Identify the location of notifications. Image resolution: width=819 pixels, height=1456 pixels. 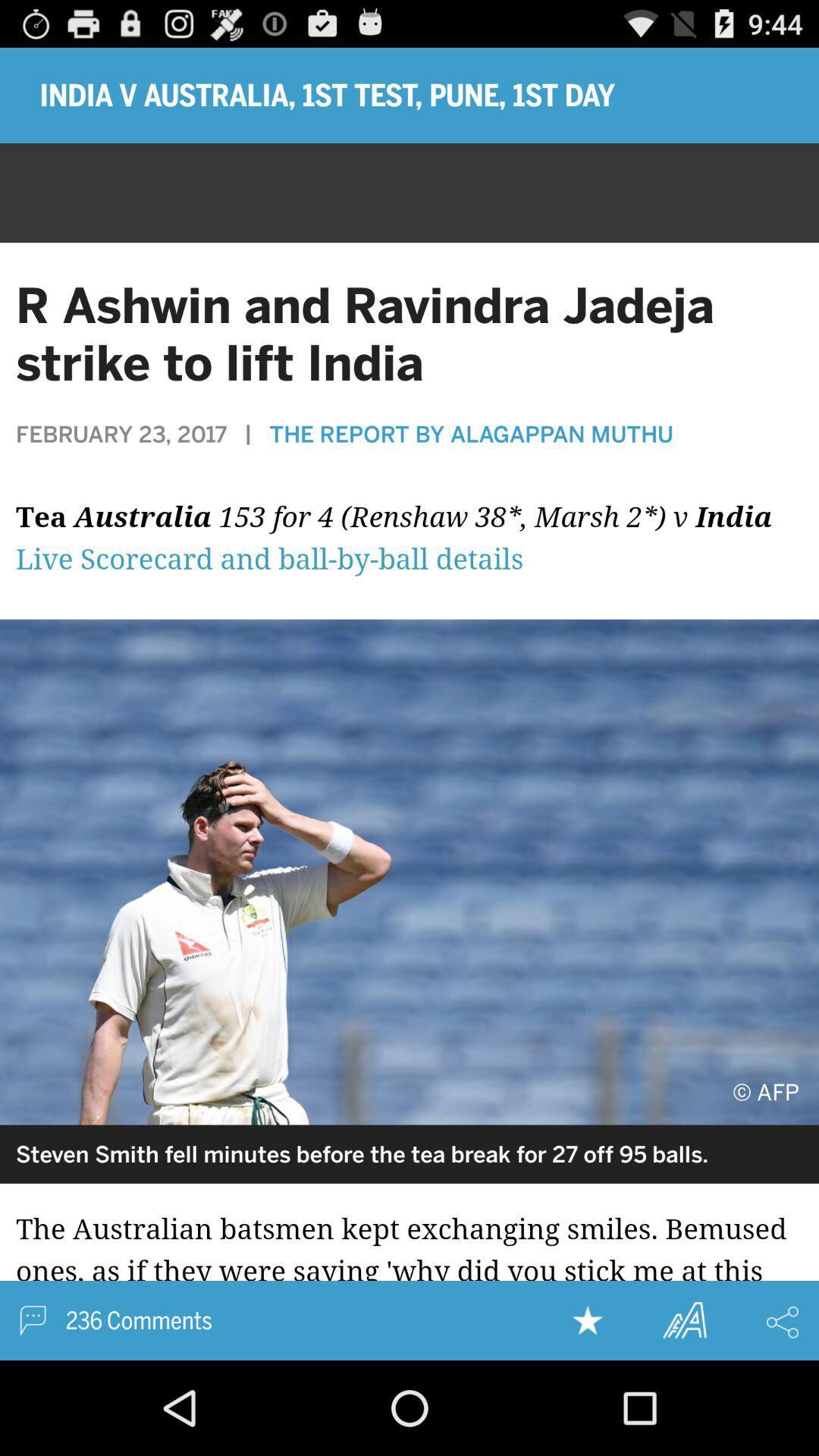
(409, 546).